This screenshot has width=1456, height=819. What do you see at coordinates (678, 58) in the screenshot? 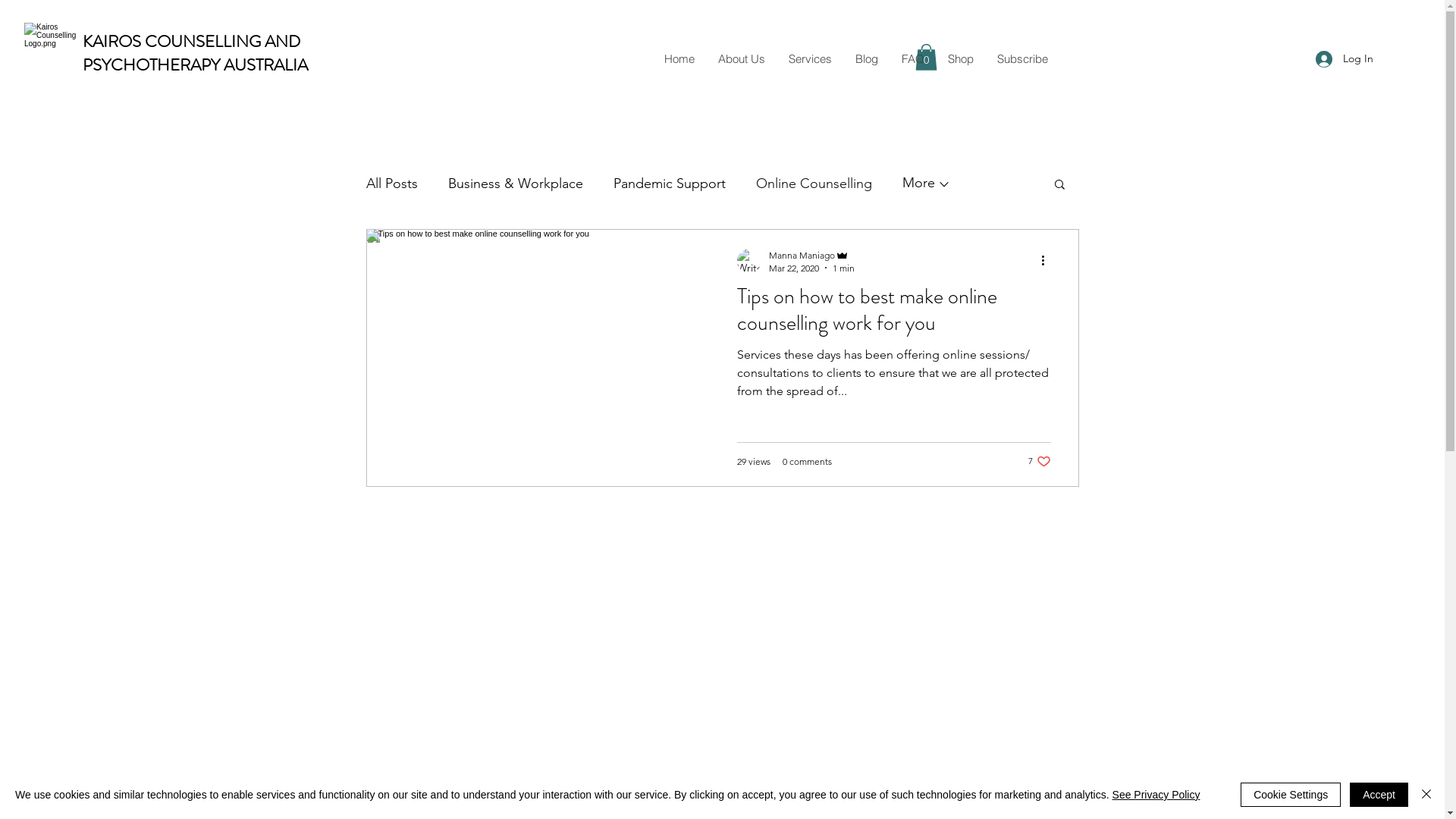
I see `'Home'` at bounding box center [678, 58].